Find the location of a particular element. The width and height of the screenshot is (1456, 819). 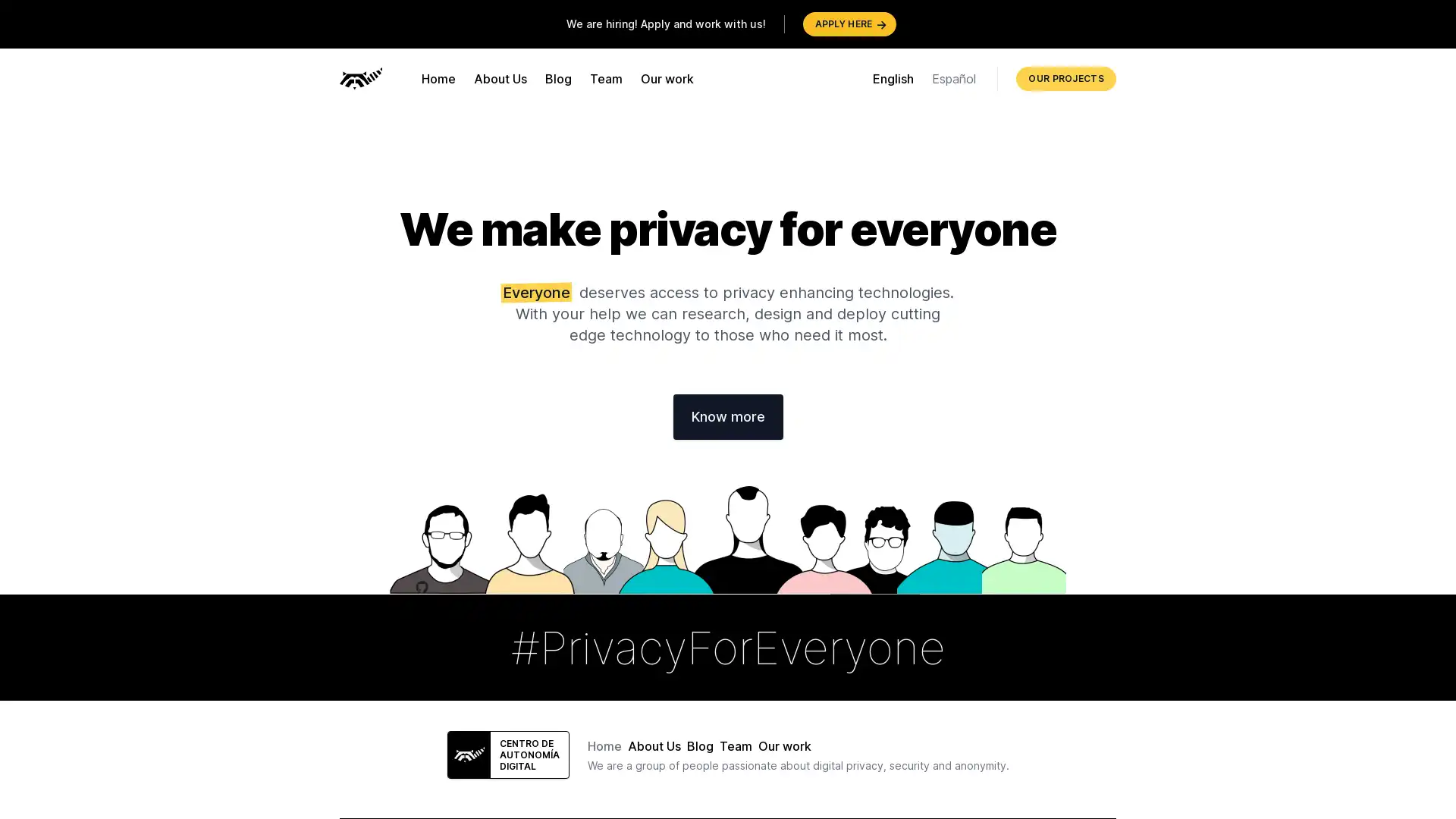

Know more is located at coordinates (726, 417).